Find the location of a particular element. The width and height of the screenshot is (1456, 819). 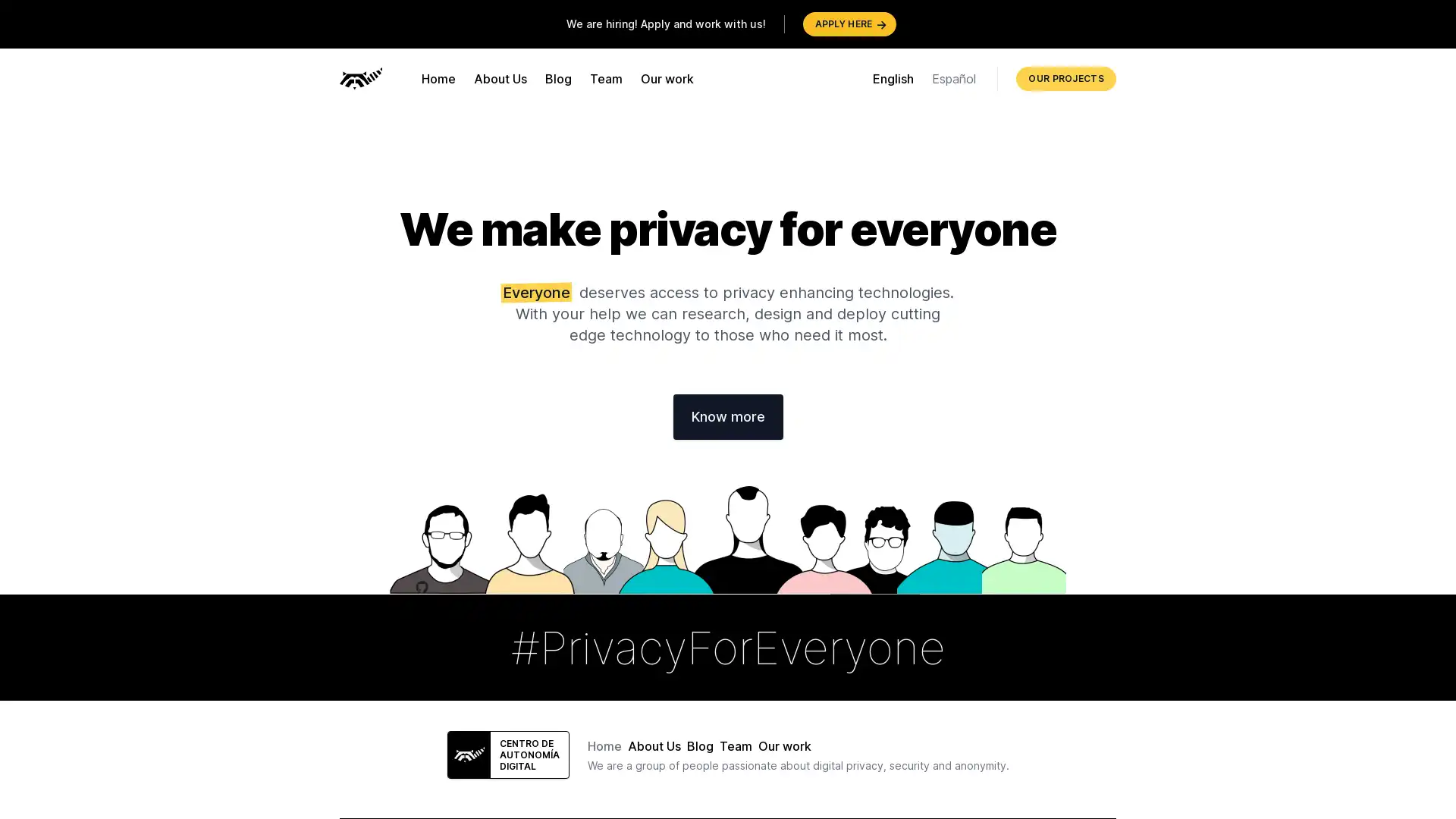

Know more is located at coordinates (726, 417).